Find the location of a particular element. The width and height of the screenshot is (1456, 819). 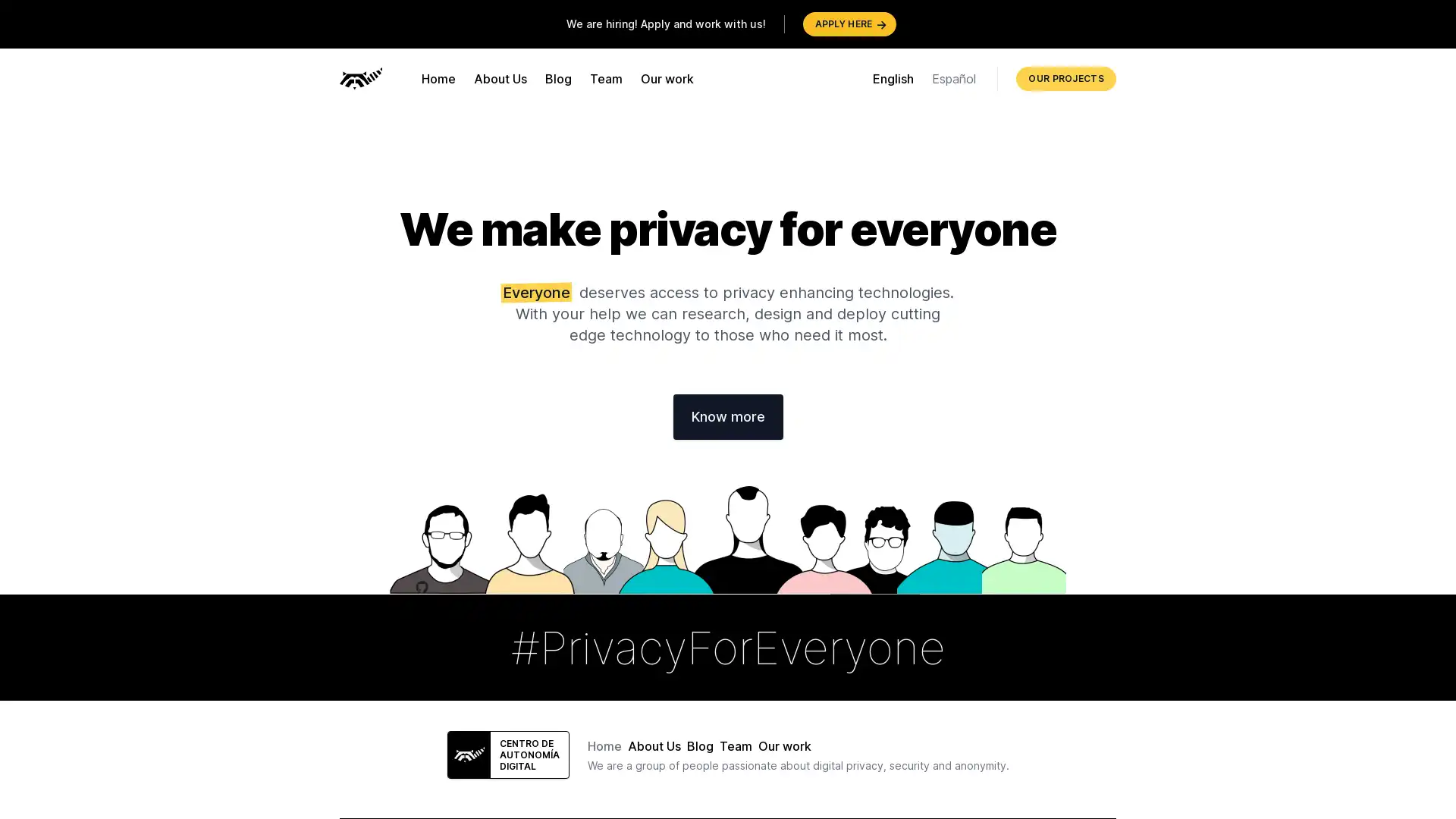

Know more is located at coordinates (726, 417).